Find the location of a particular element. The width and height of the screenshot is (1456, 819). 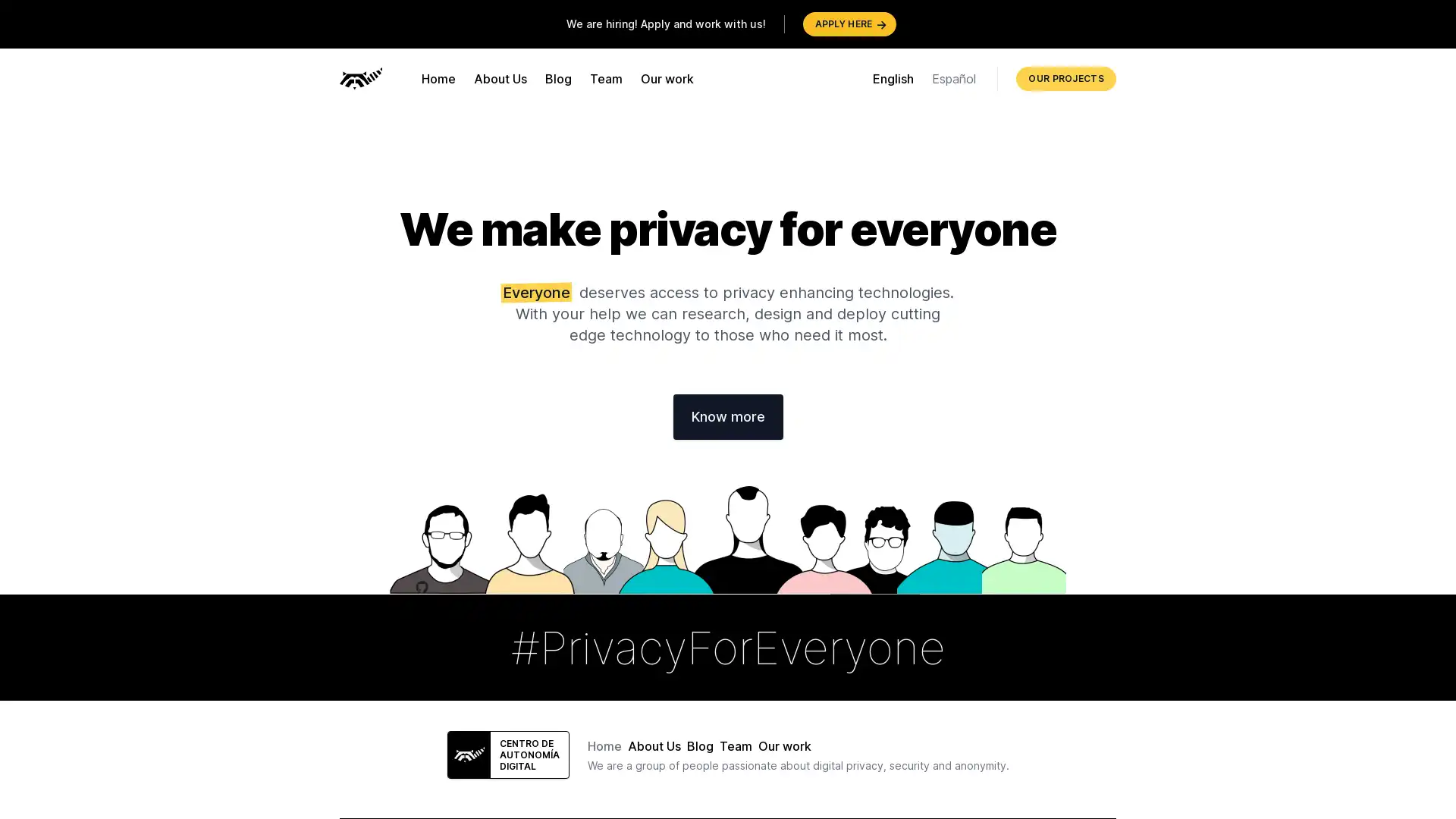

Know more is located at coordinates (726, 417).